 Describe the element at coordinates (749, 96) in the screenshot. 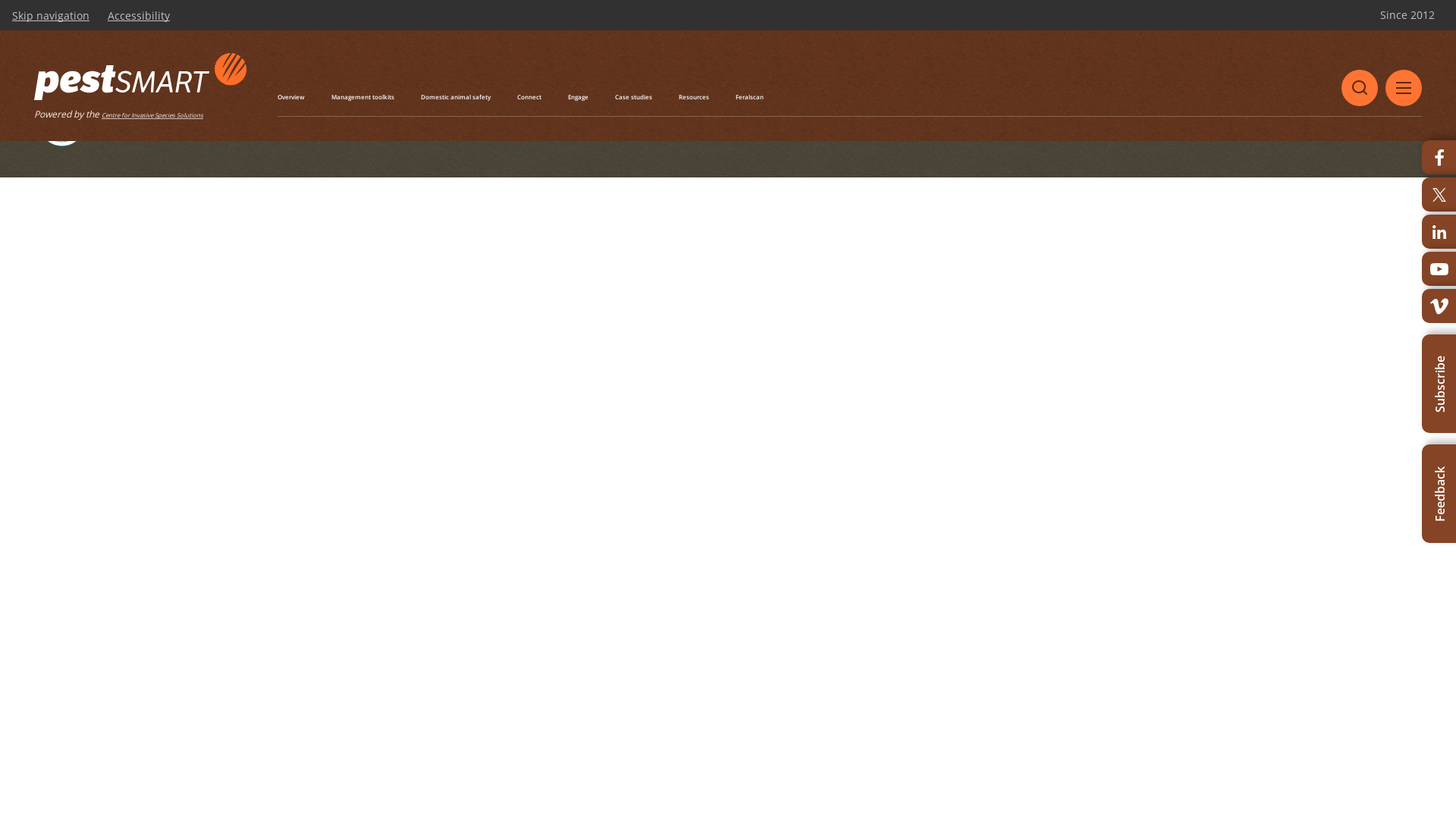

I see `'Feralscan'` at that location.